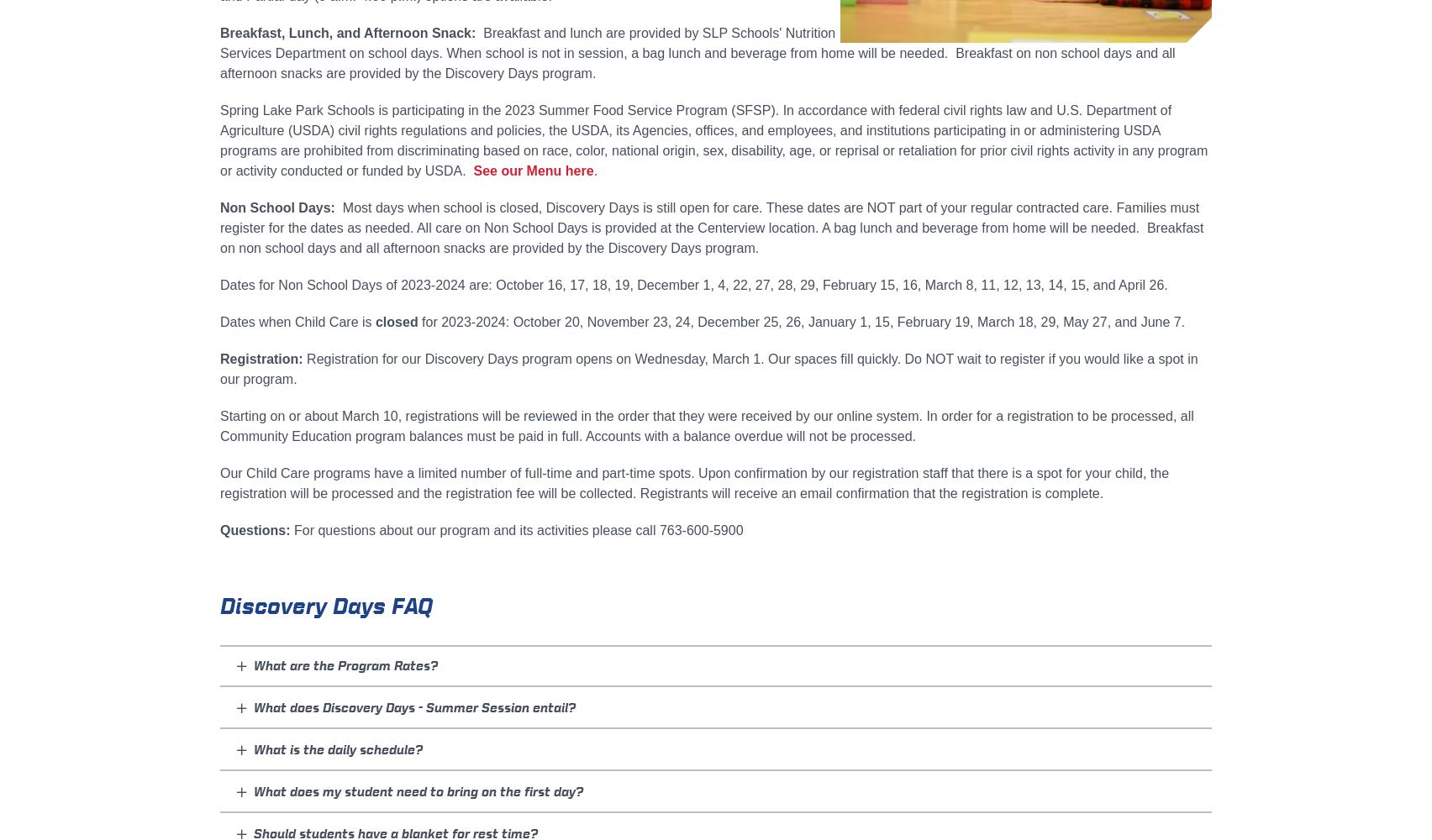 The width and height of the screenshot is (1432, 840). I want to click on 'Registration:', so click(260, 359).